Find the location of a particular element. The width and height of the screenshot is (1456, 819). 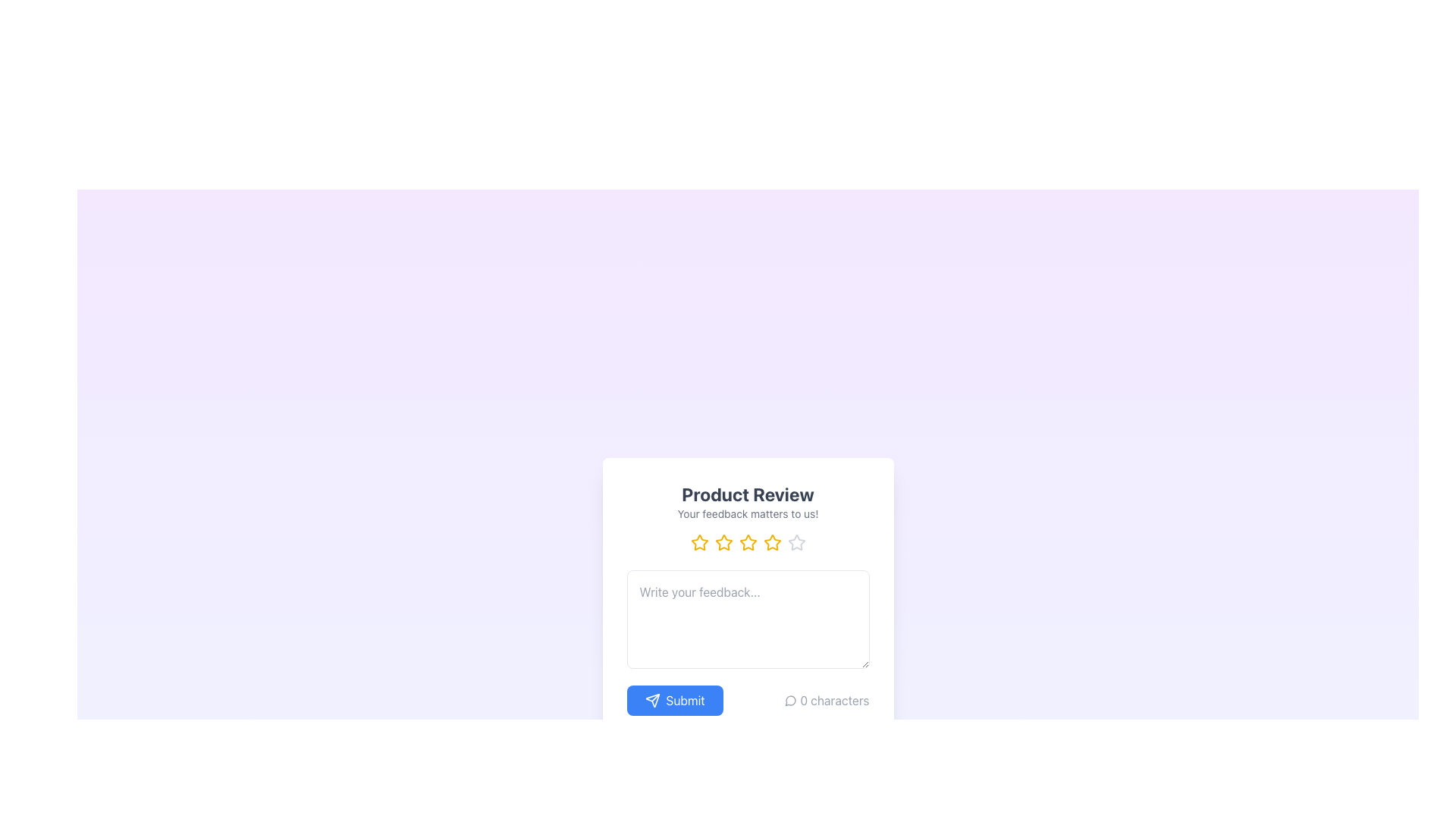

the fifth gray star icon in the rating row is located at coordinates (795, 542).